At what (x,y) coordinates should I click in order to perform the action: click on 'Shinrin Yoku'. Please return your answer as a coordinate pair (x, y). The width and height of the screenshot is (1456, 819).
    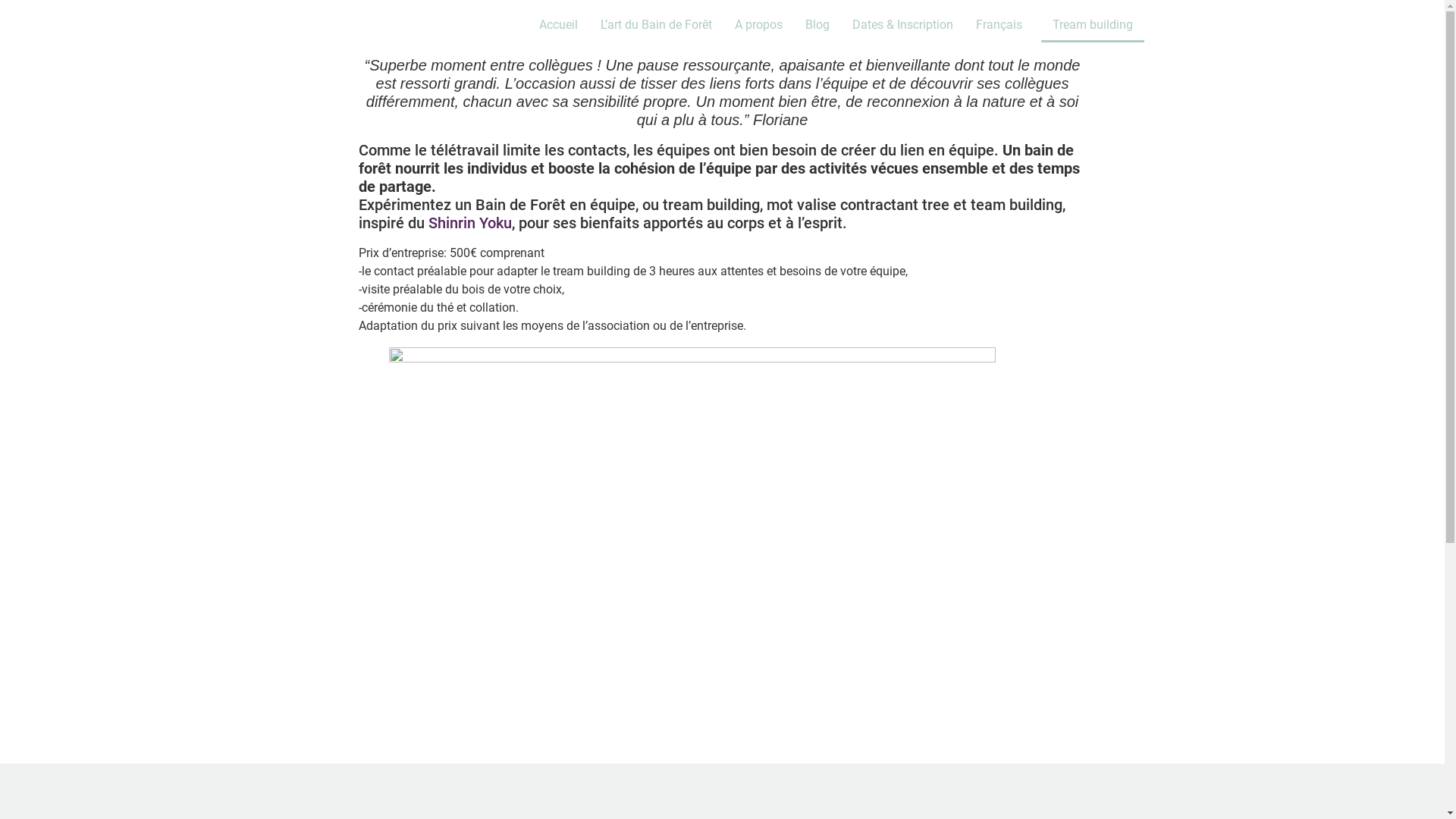
    Looking at the image, I should click on (469, 222).